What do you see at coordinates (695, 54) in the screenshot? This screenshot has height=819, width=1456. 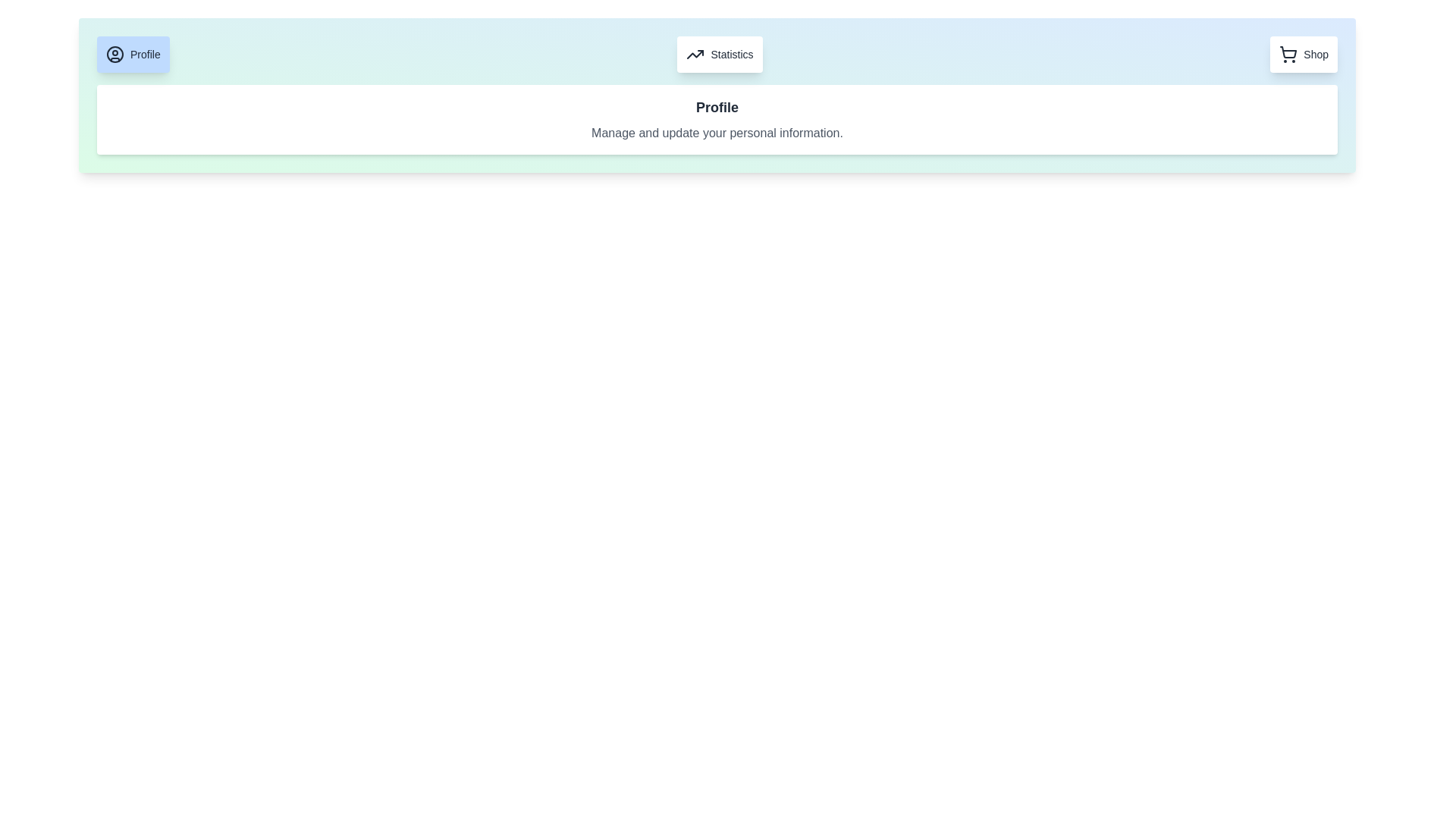 I see `the 'Statistics' icon, which visually represents the concept of 'Statistics' and is located to the left of the text 'Statistics'` at bounding box center [695, 54].